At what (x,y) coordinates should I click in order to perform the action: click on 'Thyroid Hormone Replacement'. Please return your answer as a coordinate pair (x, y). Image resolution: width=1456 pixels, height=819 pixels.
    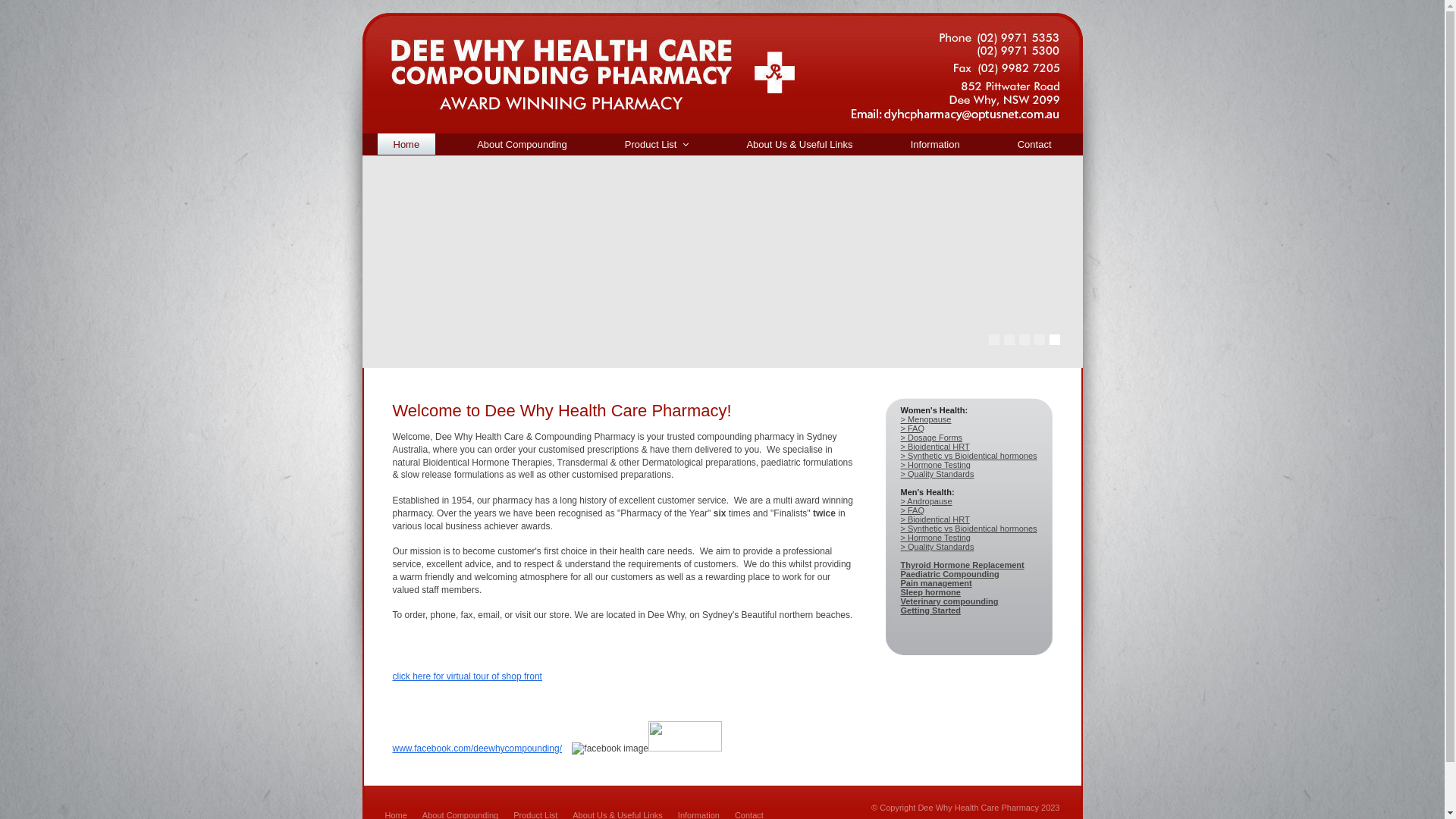
    Looking at the image, I should click on (962, 564).